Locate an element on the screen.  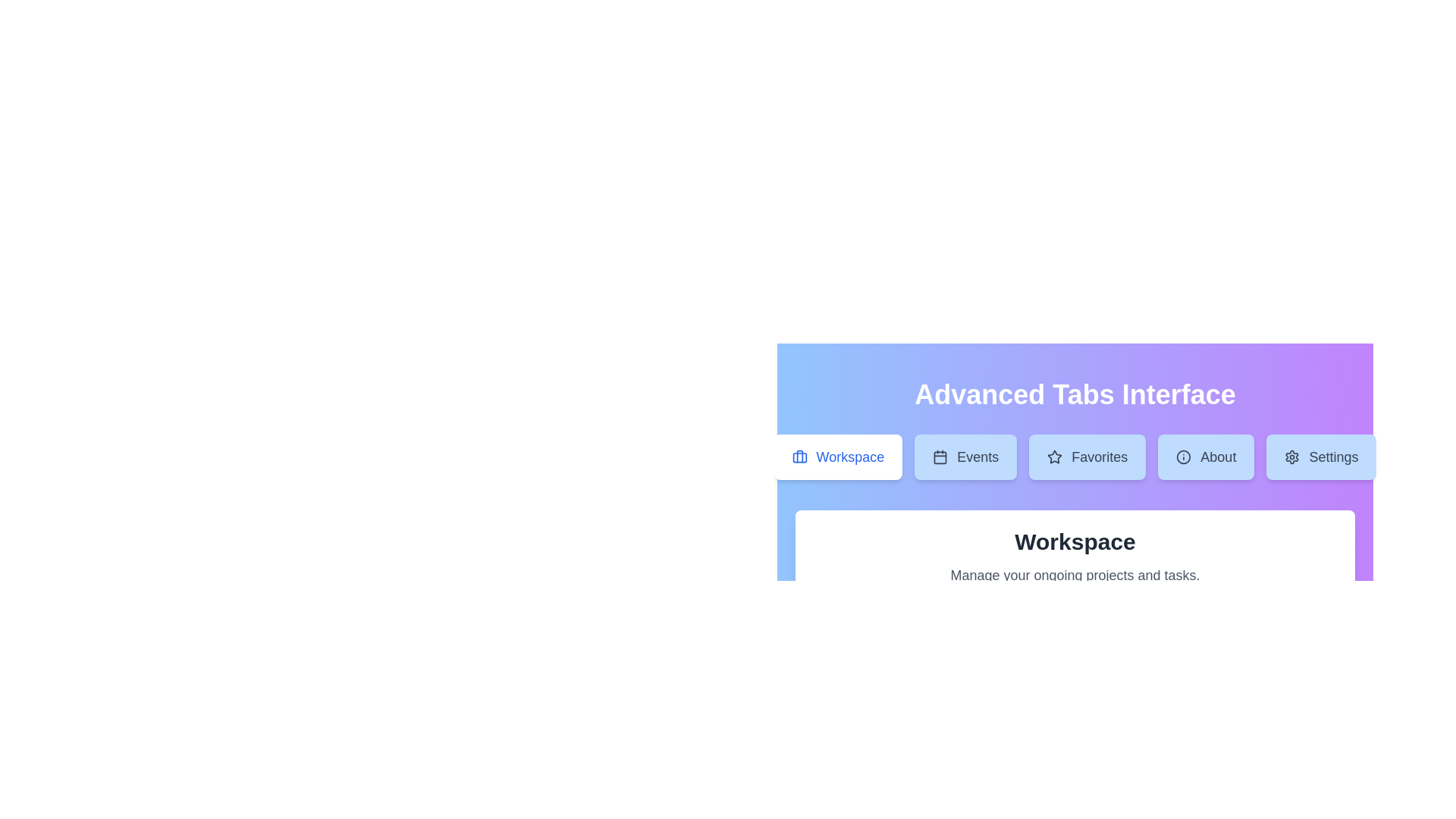
the gear-shaped icon representing settings, which is centrally located within the light blue 'Settings' button in the top-right navigation menu is located at coordinates (1291, 456).